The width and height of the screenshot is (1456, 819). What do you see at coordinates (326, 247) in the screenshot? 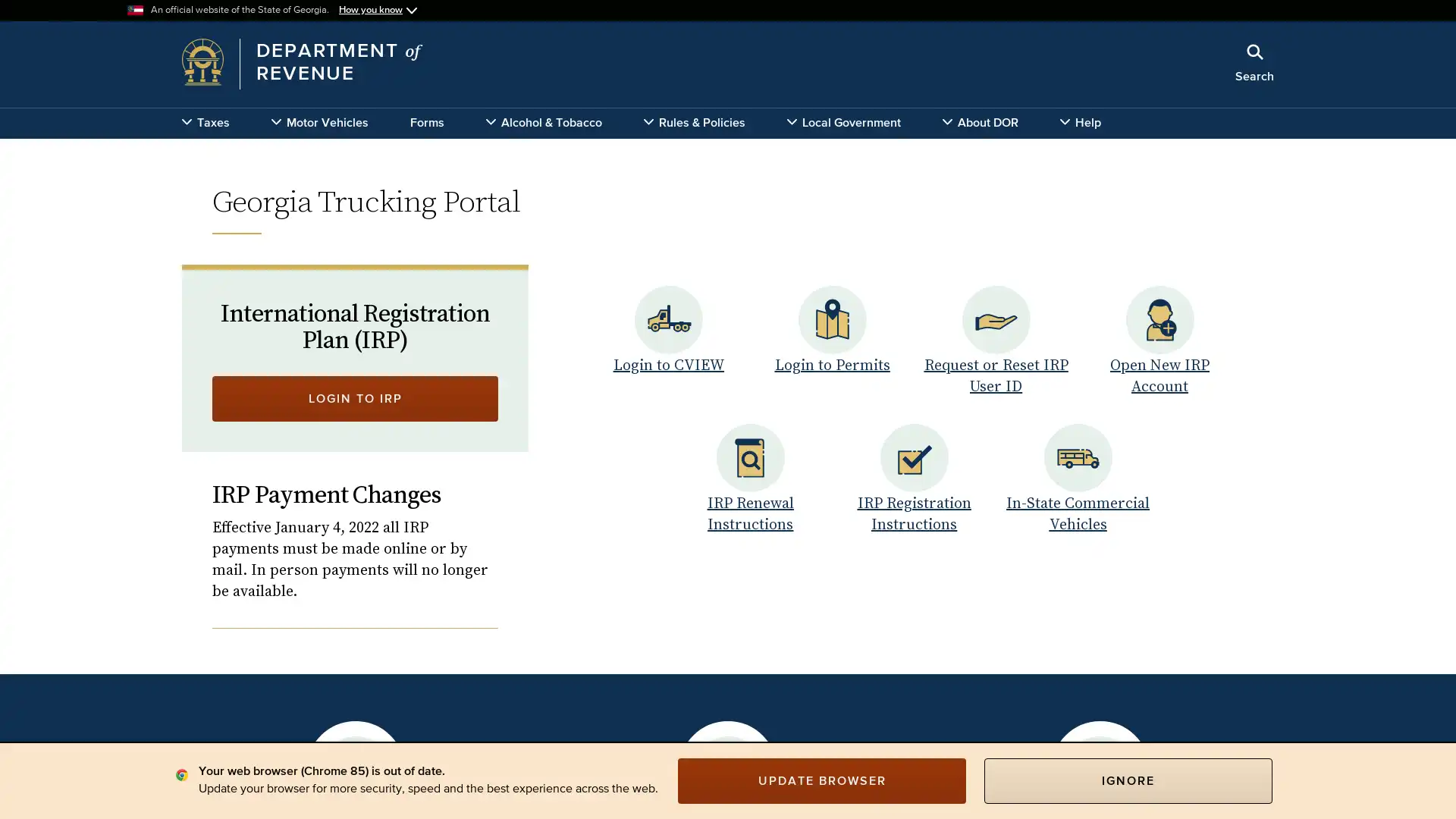
I see `x` at bounding box center [326, 247].